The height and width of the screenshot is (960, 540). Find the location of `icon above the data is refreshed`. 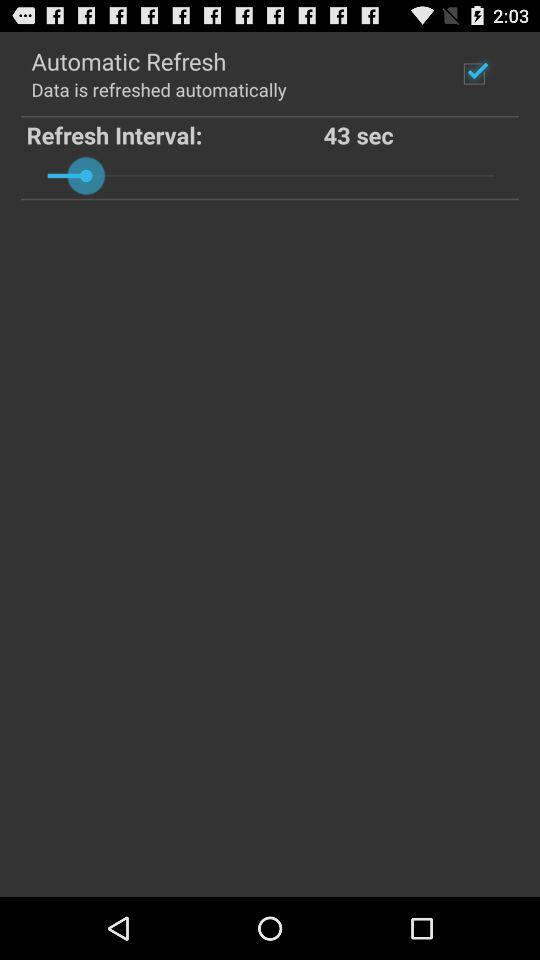

icon above the data is refreshed is located at coordinates (129, 59).